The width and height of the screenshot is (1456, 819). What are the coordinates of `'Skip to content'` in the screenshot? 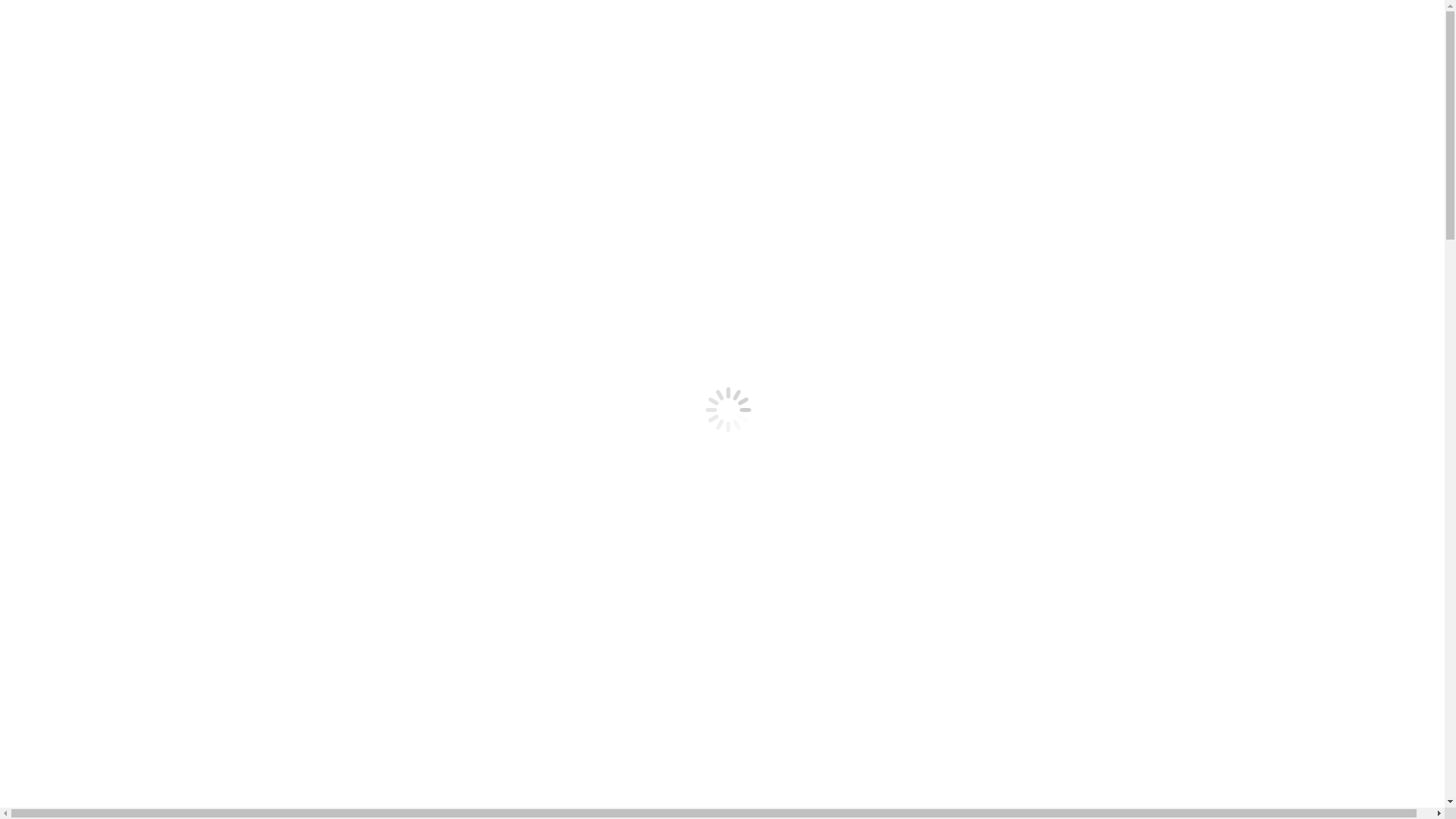 It's located at (42, 12).